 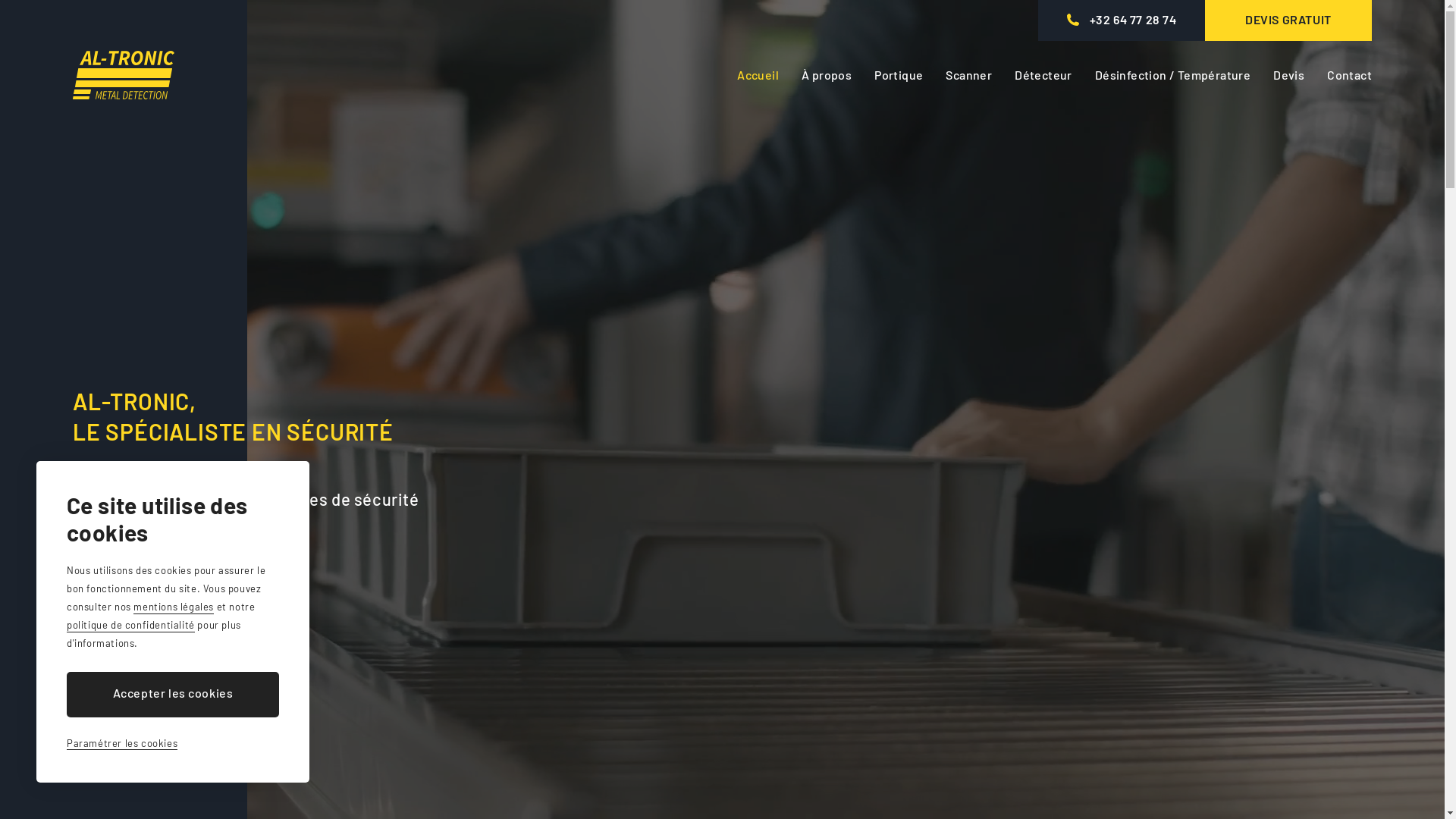 What do you see at coordinates (1288, 20) in the screenshot?
I see `'DEVIS GRATUIT'` at bounding box center [1288, 20].